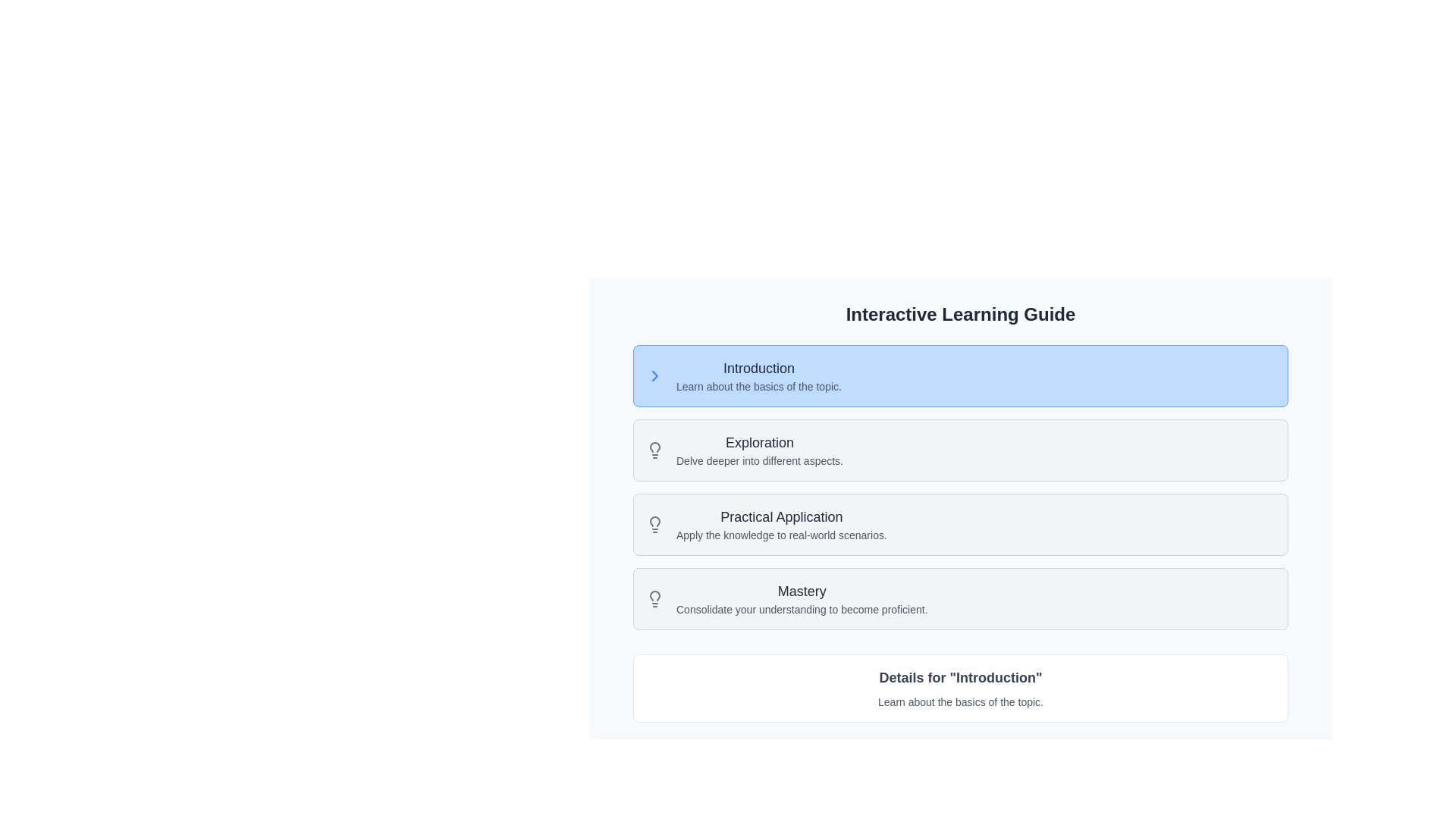 Image resolution: width=1456 pixels, height=819 pixels. I want to click on the text label that serves as a title for the section, located above descriptive text in the third section of a vertical list of labeled boxes, so click(781, 516).